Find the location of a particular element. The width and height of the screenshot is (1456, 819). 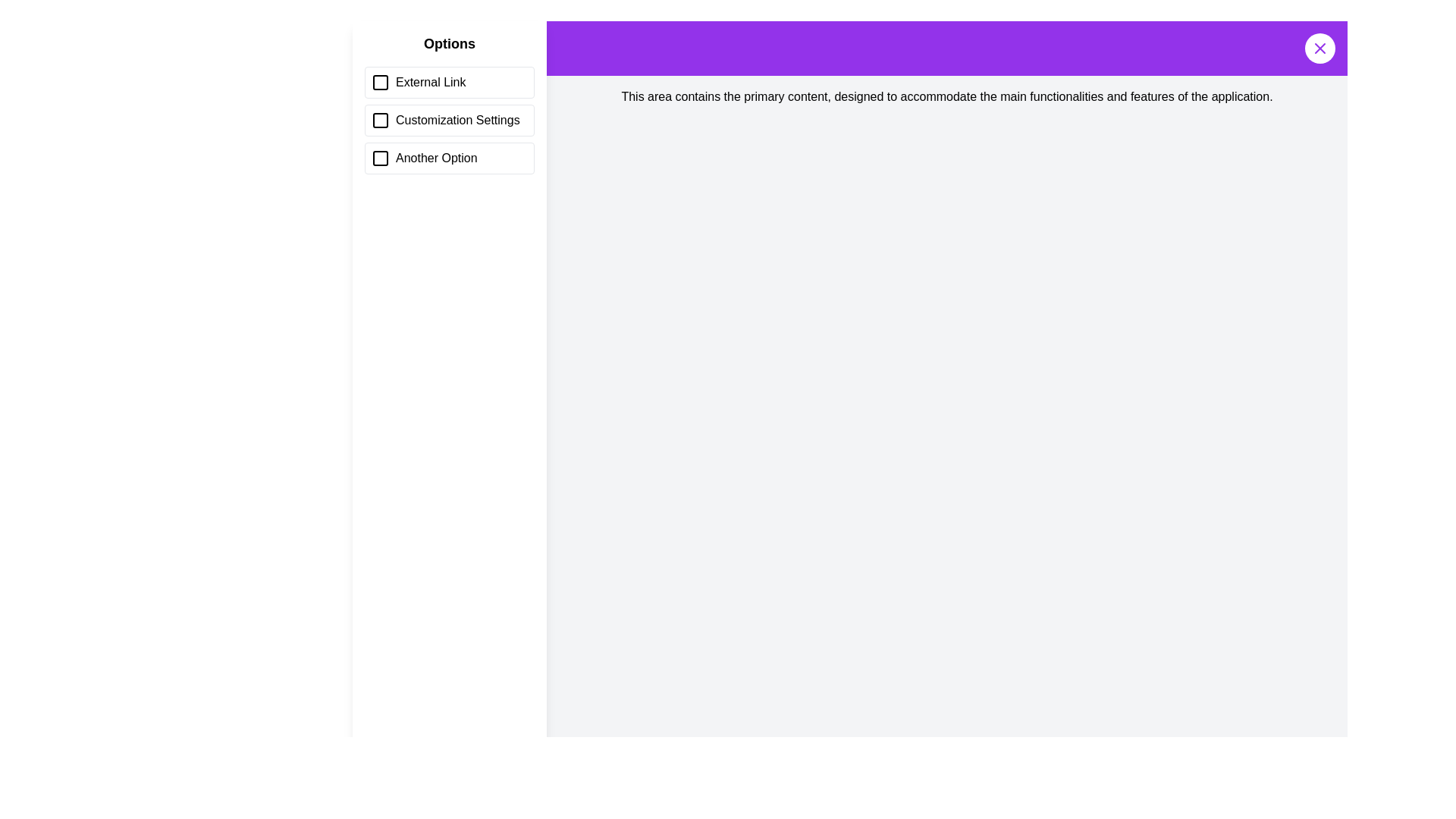

the checkbox visual component part located to the left of the 'Customization Settings' option text is located at coordinates (381, 119).